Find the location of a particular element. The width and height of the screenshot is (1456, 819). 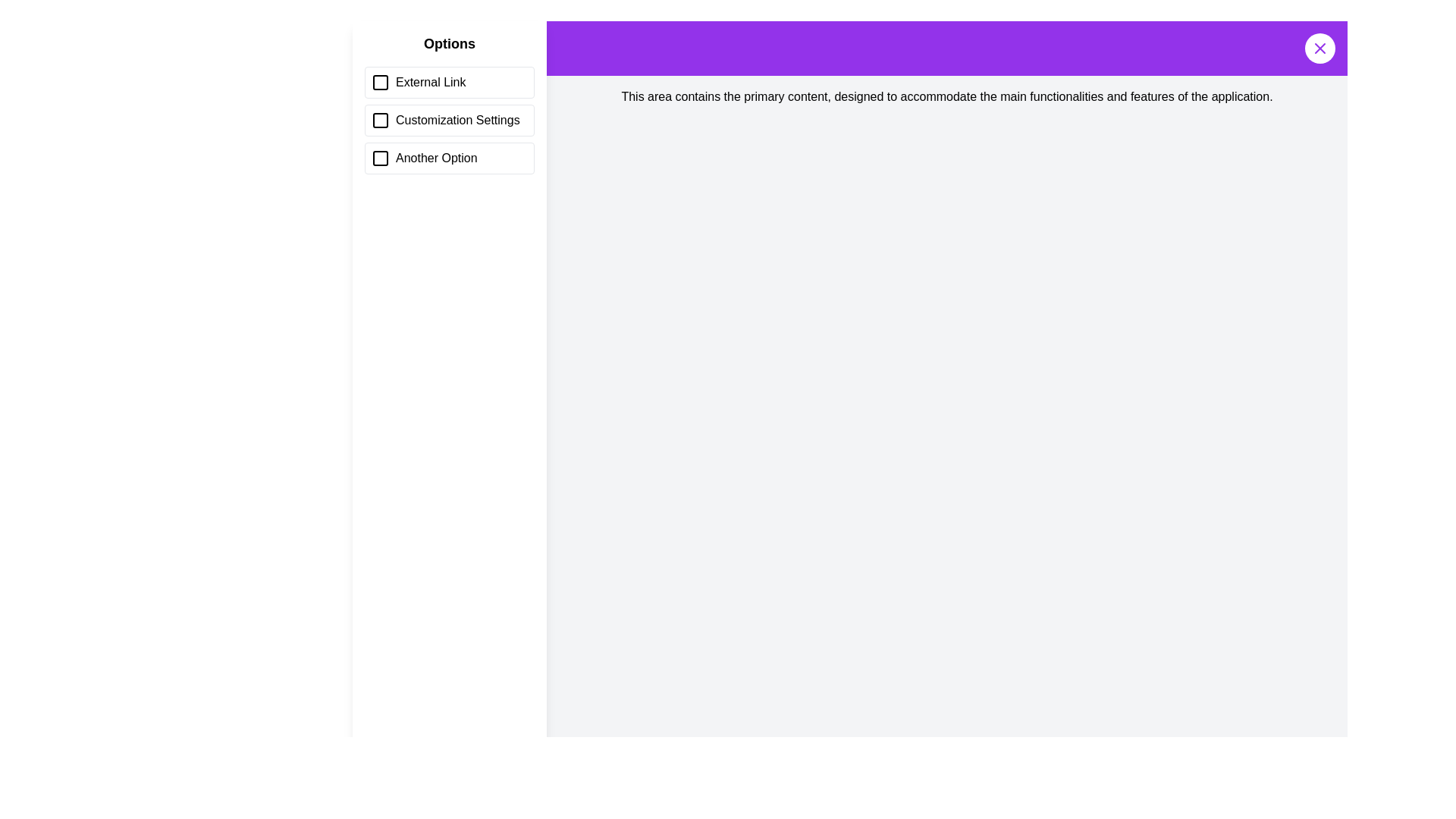

the checkbox visual component part located to the left of the 'Customization Settings' option text is located at coordinates (381, 119).